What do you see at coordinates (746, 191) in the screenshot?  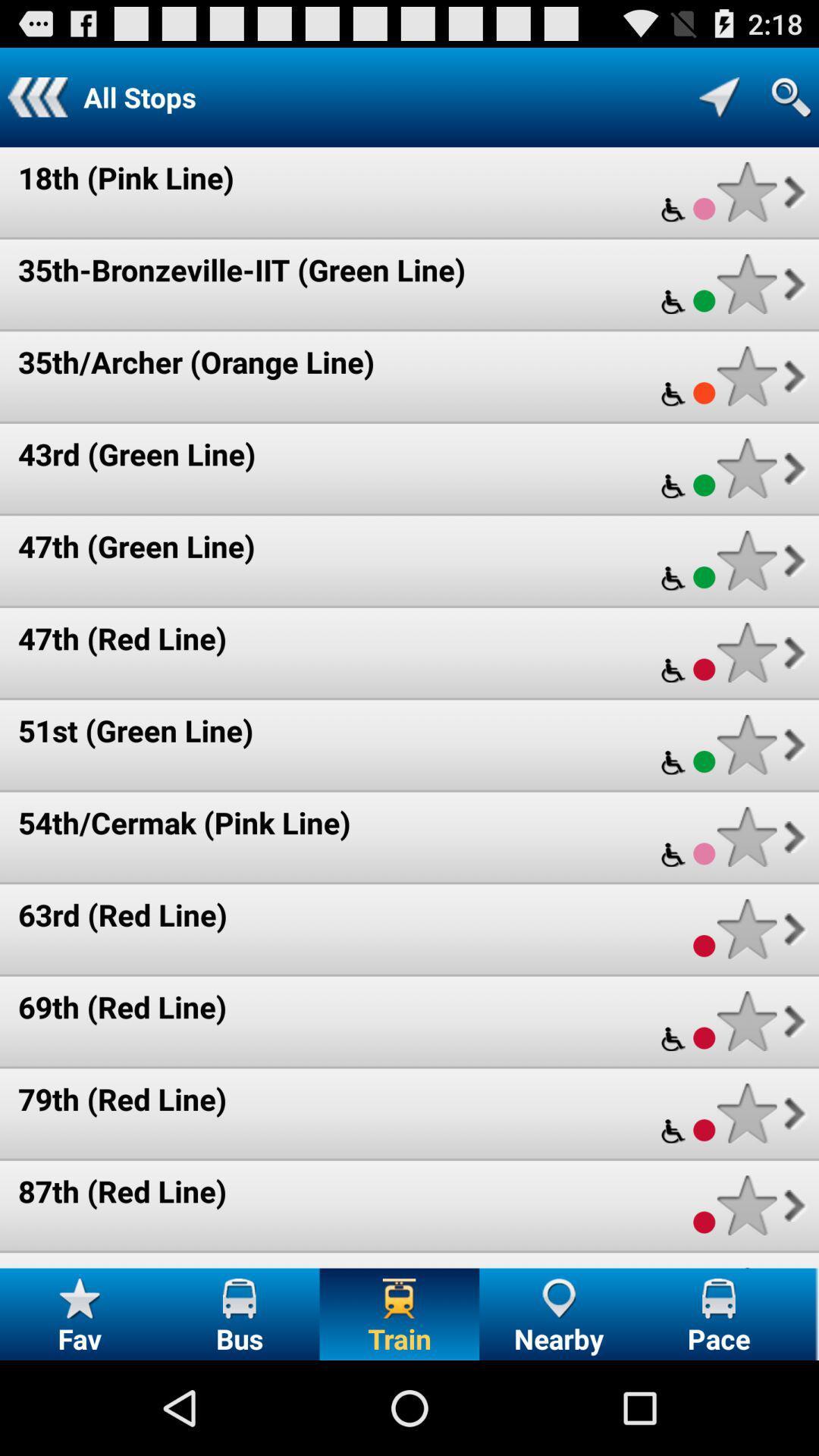 I see `train stop` at bounding box center [746, 191].